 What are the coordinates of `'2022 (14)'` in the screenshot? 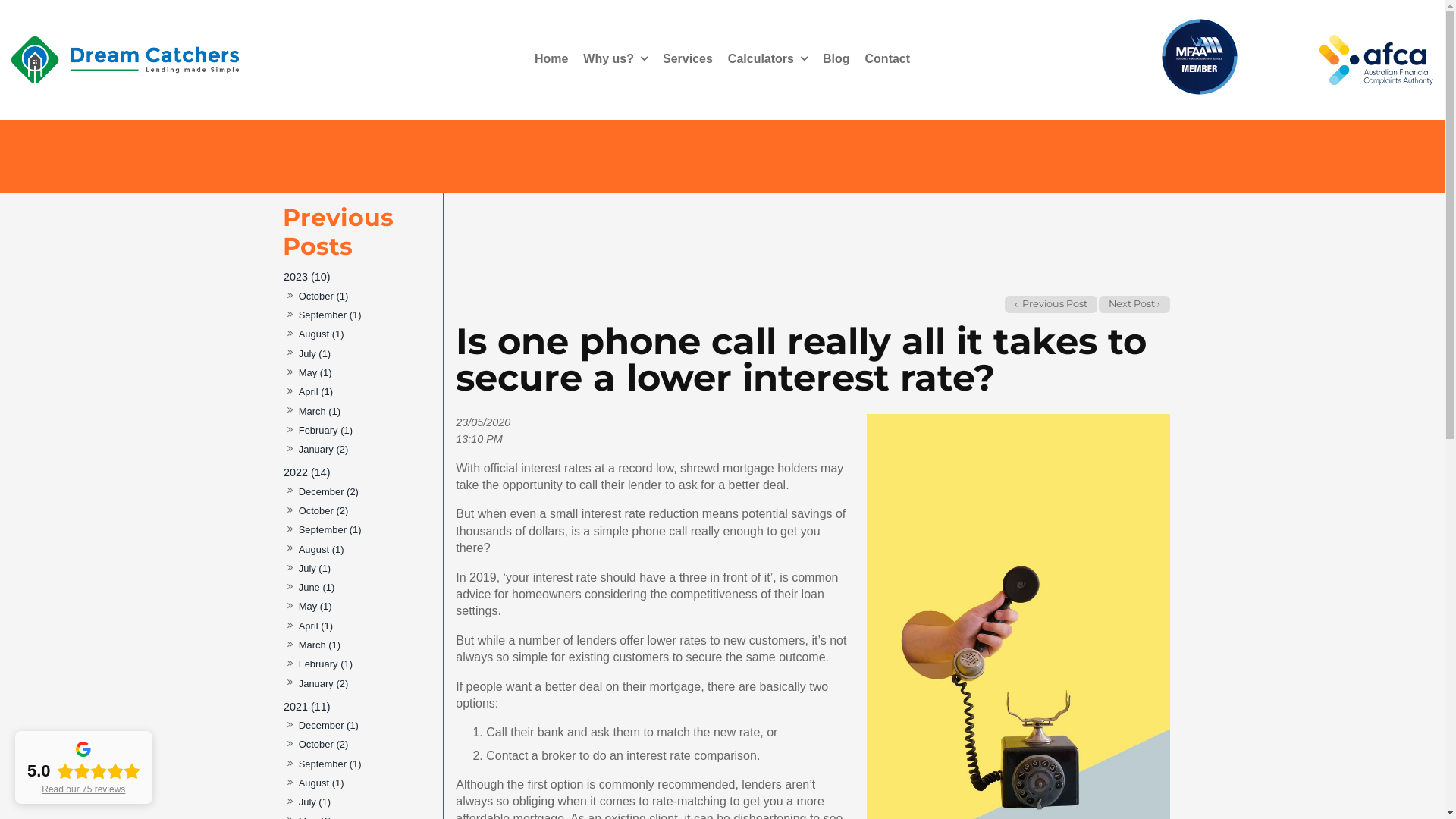 It's located at (358, 472).